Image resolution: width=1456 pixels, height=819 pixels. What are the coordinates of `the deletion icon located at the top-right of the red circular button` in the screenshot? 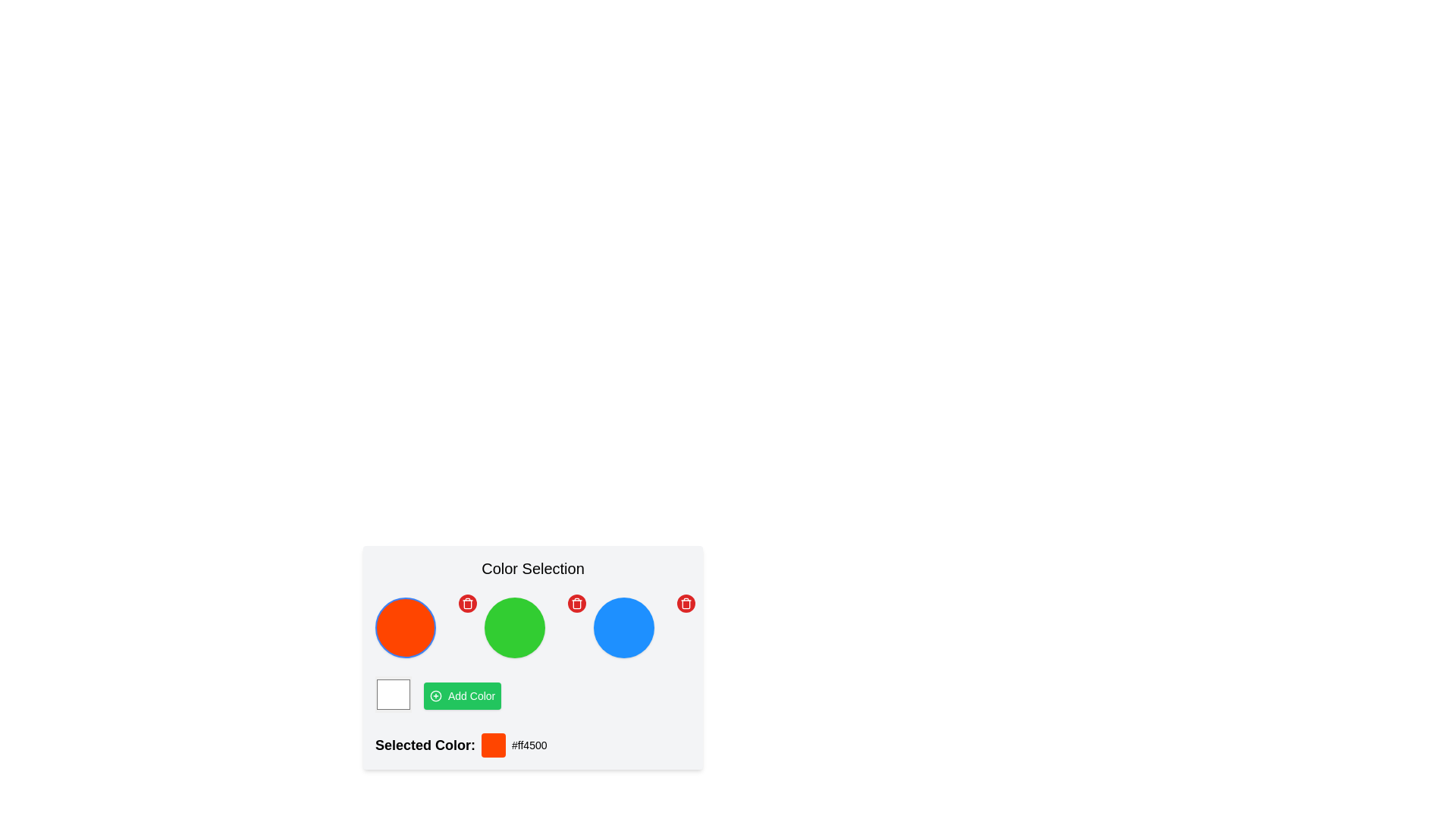 It's located at (686, 602).